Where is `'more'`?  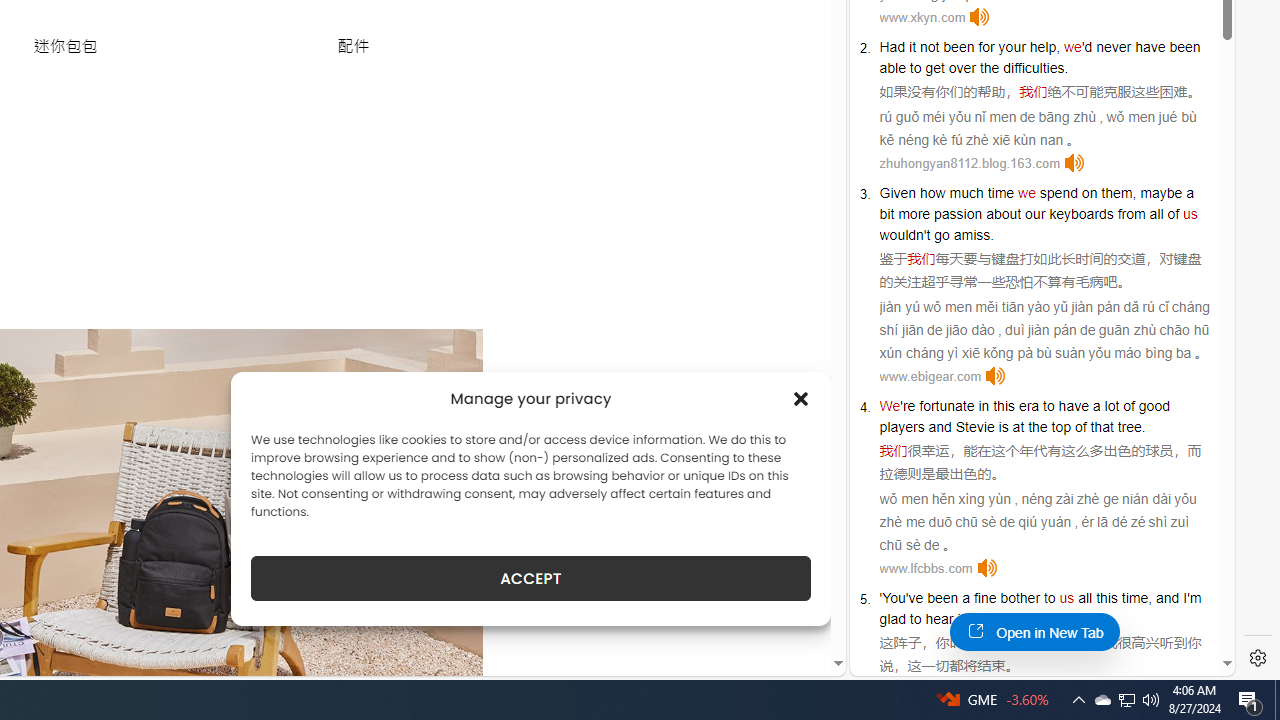
'more' is located at coordinates (913, 213).